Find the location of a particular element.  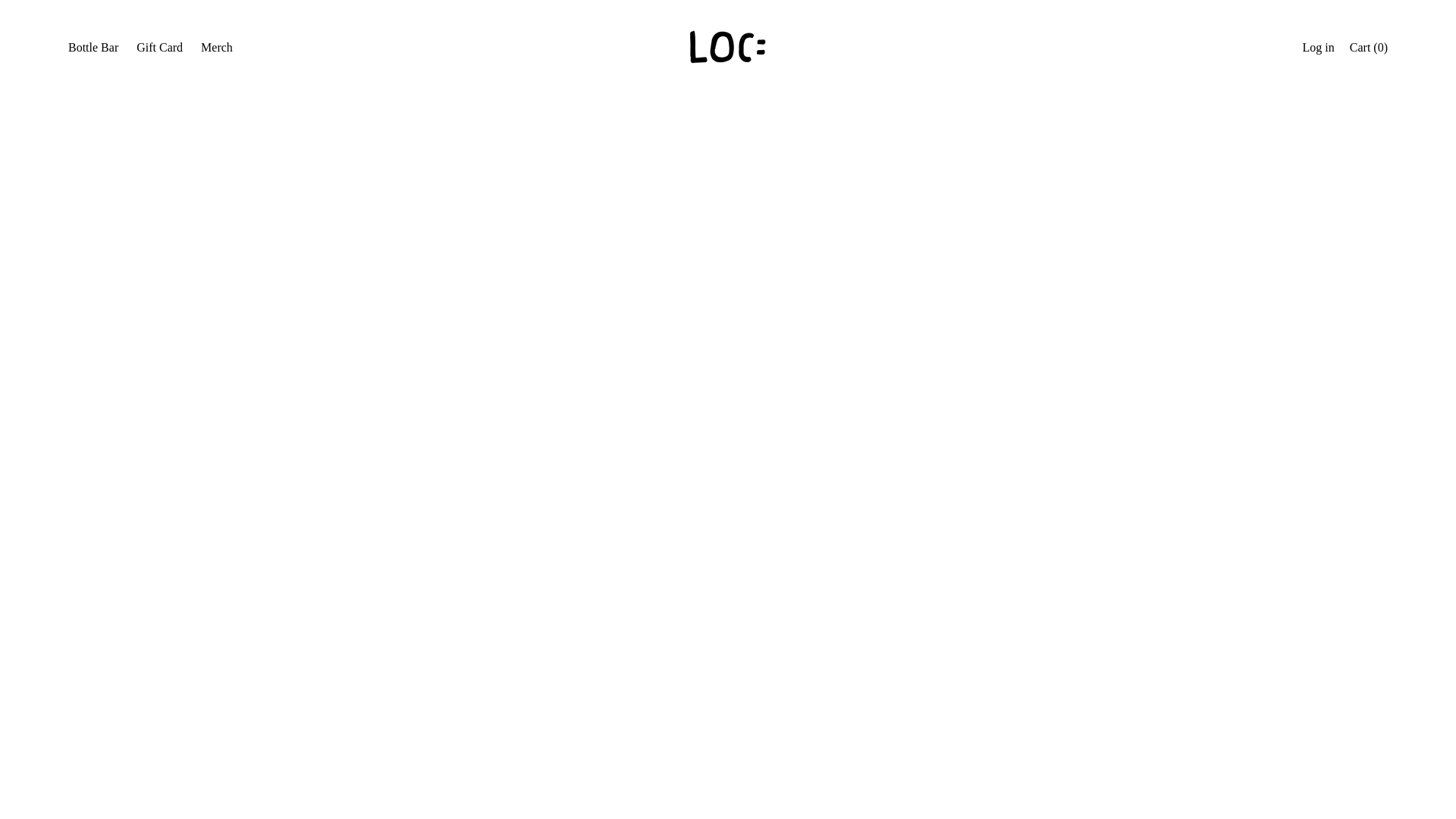

'Returns' is located at coordinates (101, 420).